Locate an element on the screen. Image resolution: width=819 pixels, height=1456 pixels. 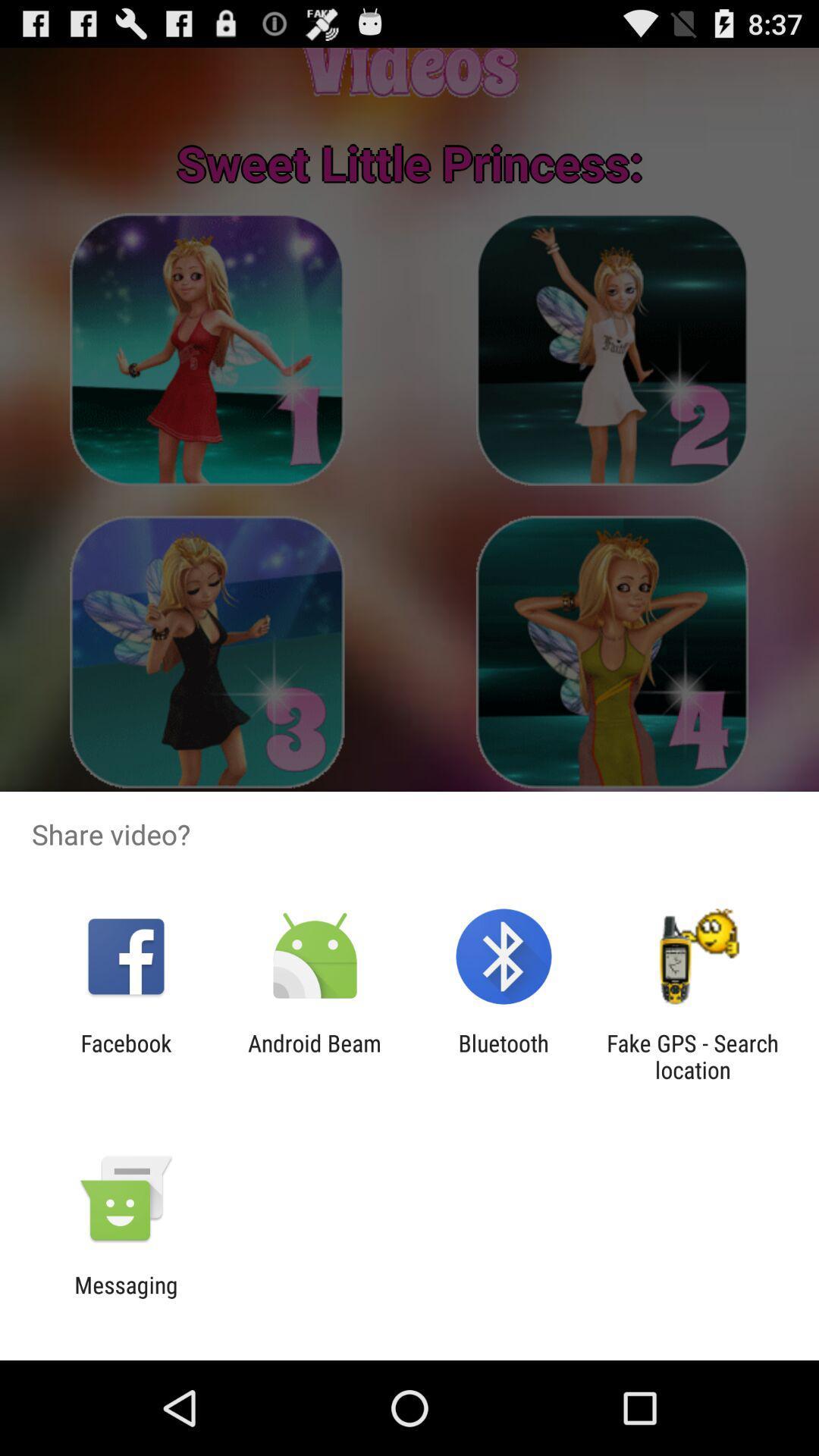
the android beam is located at coordinates (314, 1056).